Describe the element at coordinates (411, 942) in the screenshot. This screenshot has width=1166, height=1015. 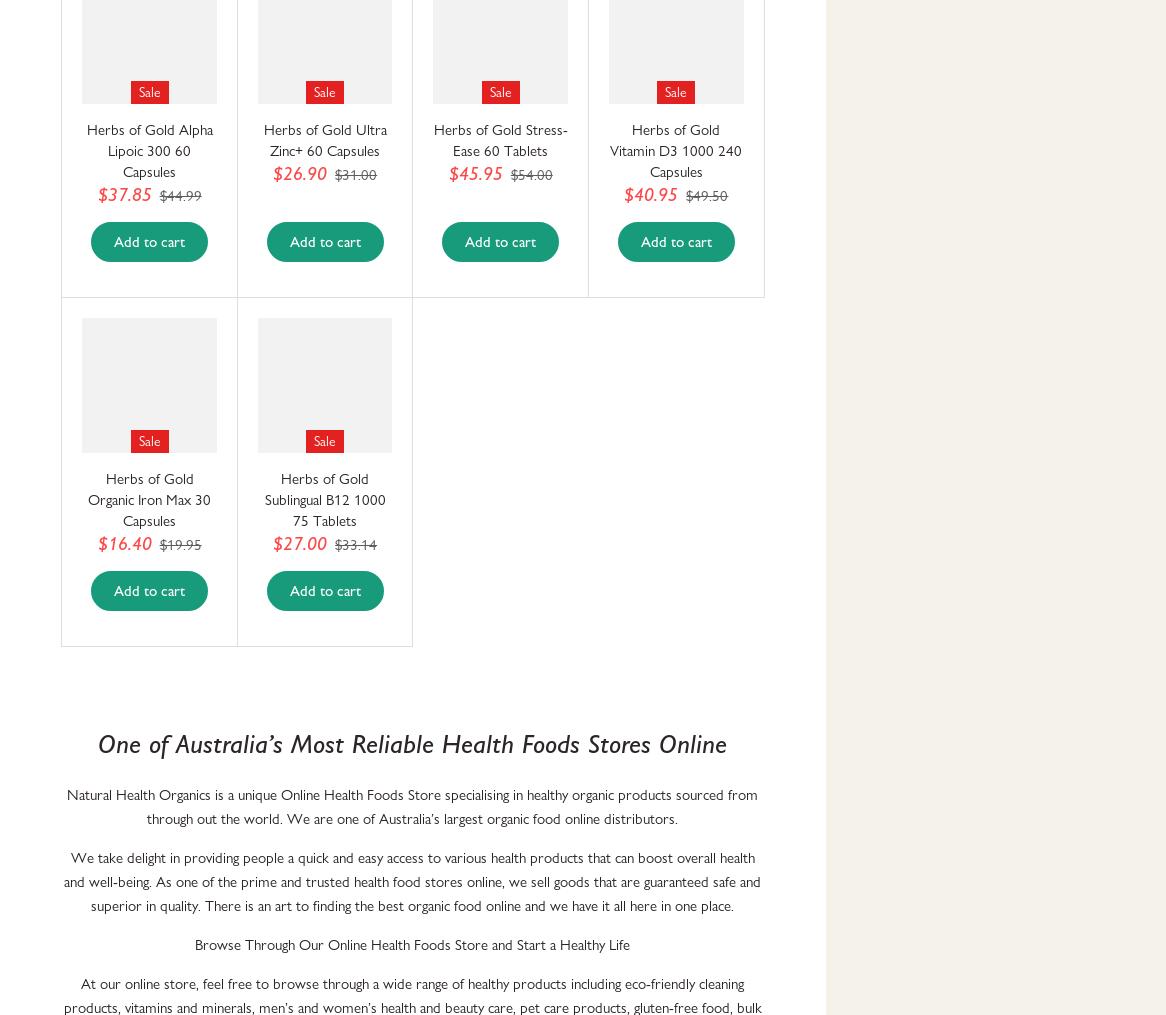
I see `'Browse Through Our Online Health Foods Store and Start a Healthy Life'` at that location.